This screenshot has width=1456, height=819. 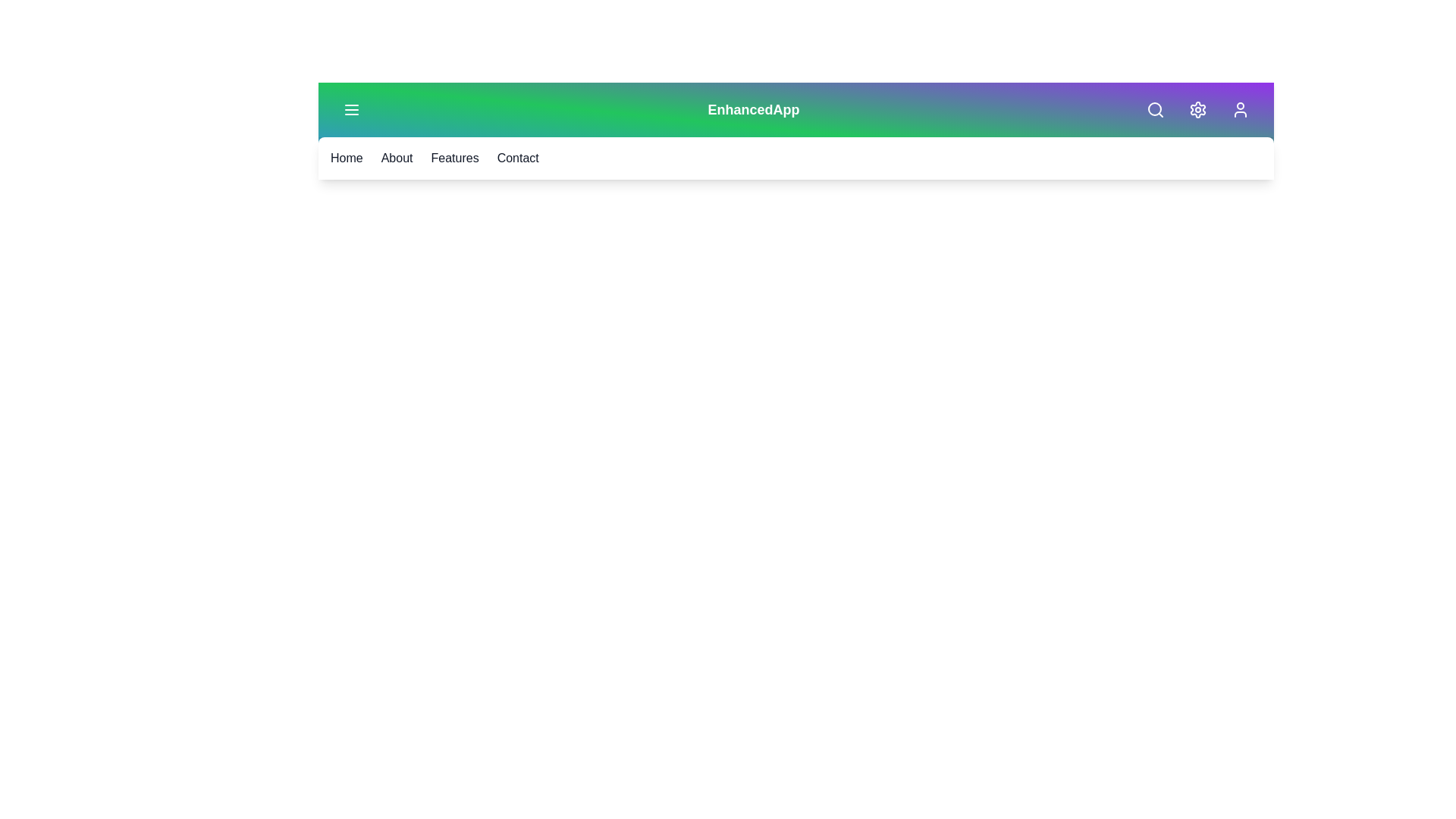 I want to click on the 'Profile' icon to view the user profile, so click(x=1241, y=109).